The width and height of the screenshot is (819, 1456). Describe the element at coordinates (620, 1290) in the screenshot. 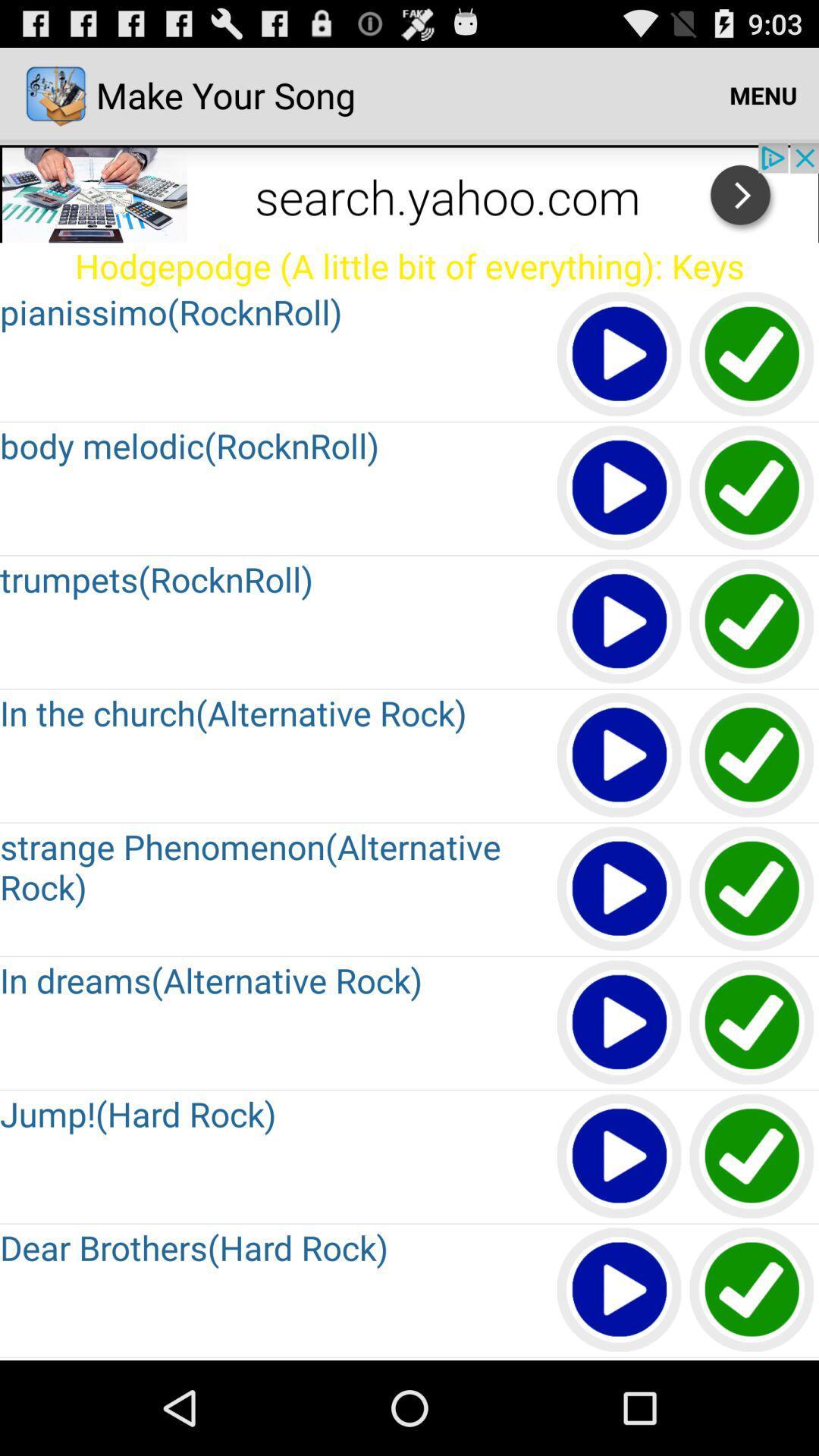

I see `button` at that location.